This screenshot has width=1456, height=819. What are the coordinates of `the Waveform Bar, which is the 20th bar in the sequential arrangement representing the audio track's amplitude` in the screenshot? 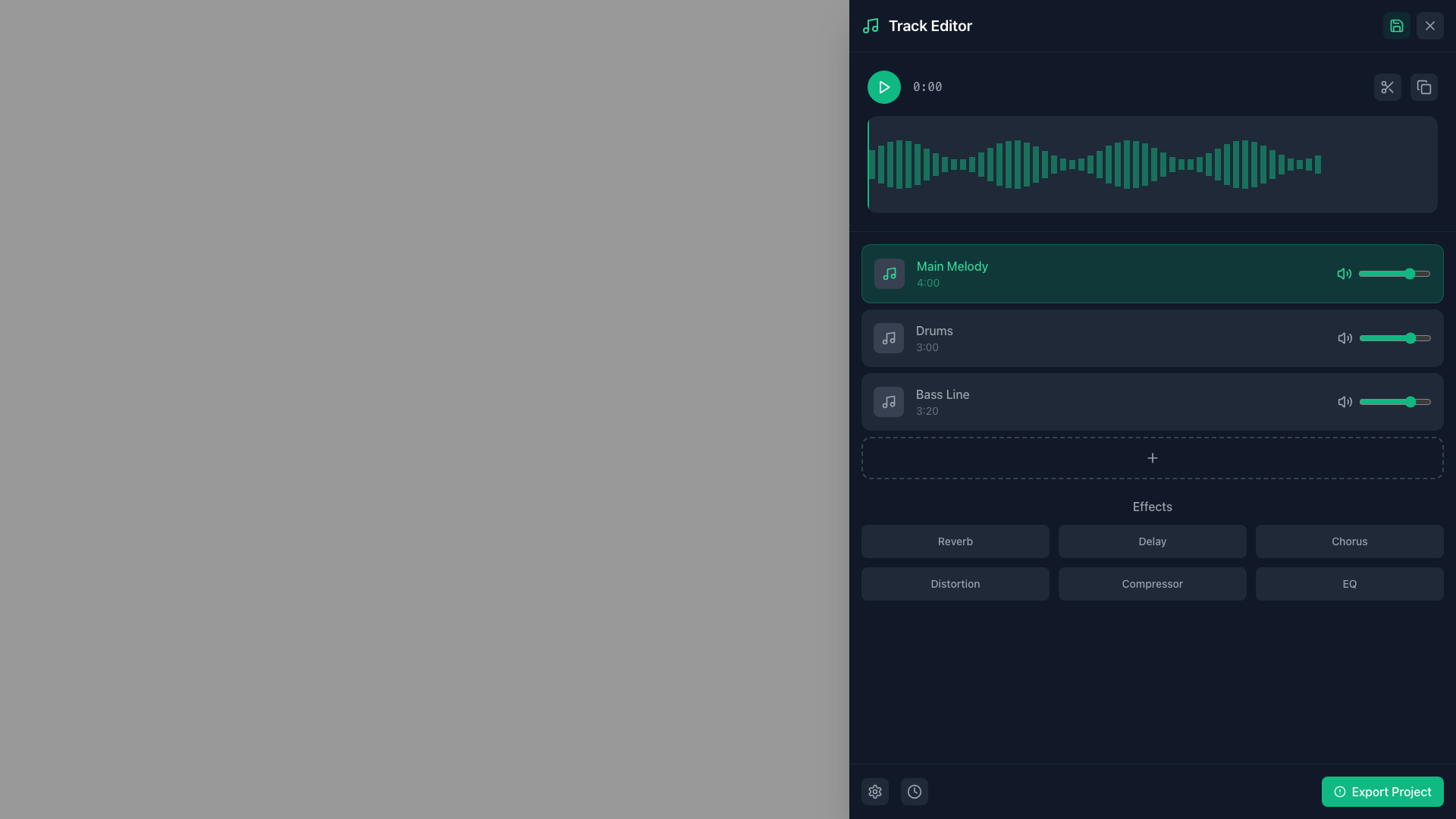 It's located at (1043, 164).